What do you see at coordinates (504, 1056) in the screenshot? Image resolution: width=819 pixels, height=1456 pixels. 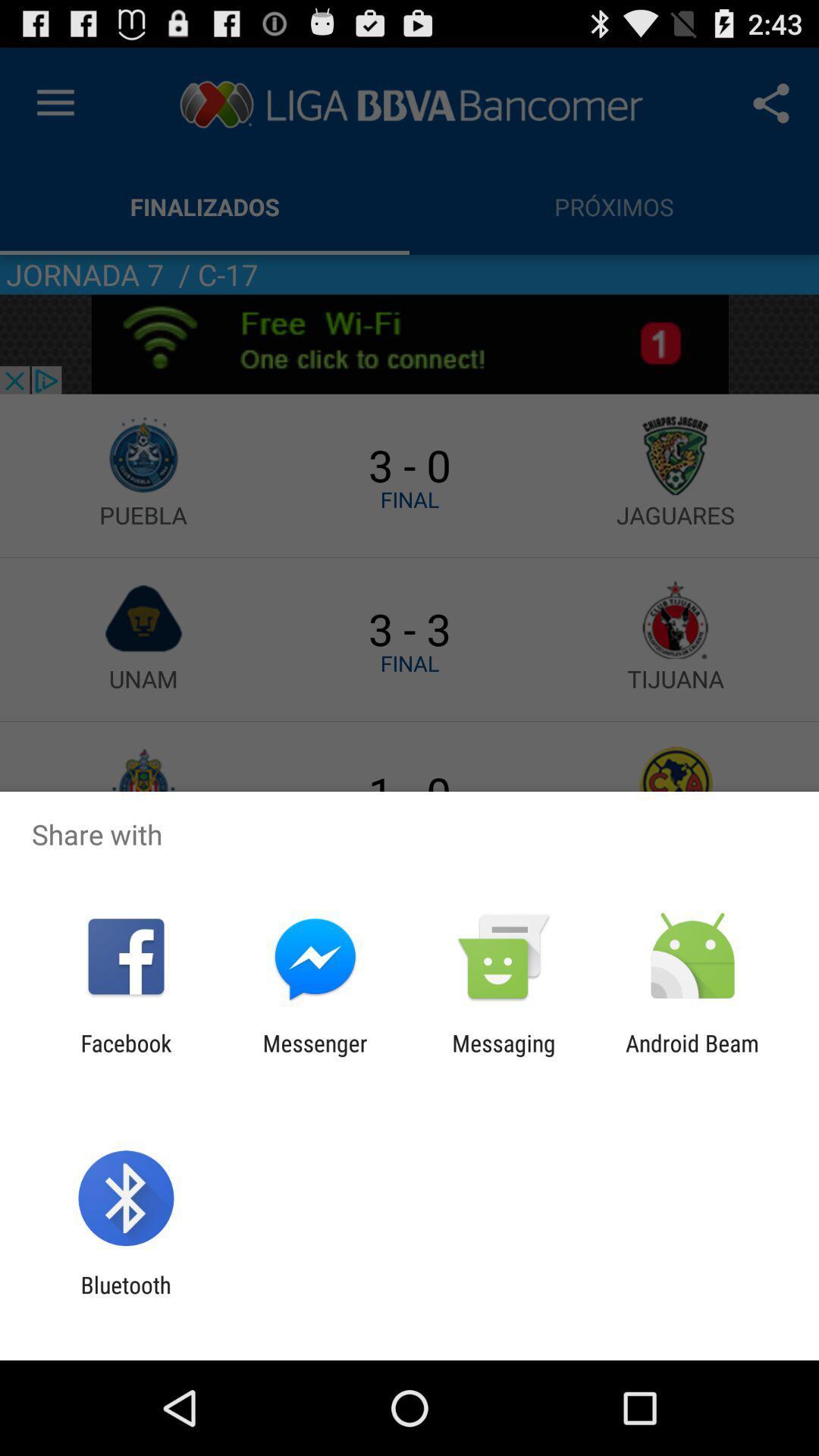 I see `app to the left of the android beam icon` at bounding box center [504, 1056].